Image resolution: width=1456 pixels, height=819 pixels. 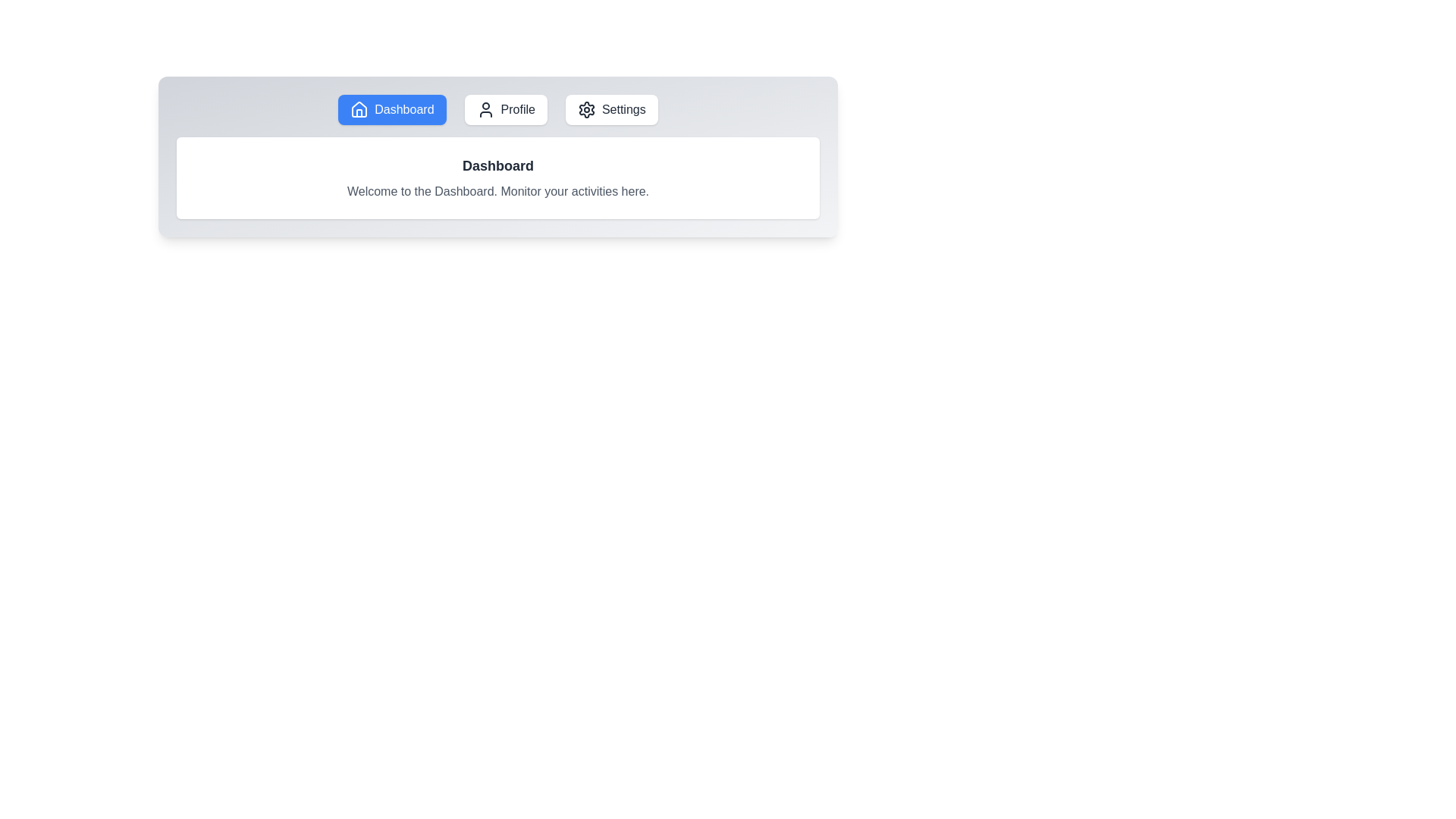 What do you see at coordinates (611, 109) in the screenshot?
I see `the Settings tab by clicking on the corresponding button` at bounding box center [611, 109].